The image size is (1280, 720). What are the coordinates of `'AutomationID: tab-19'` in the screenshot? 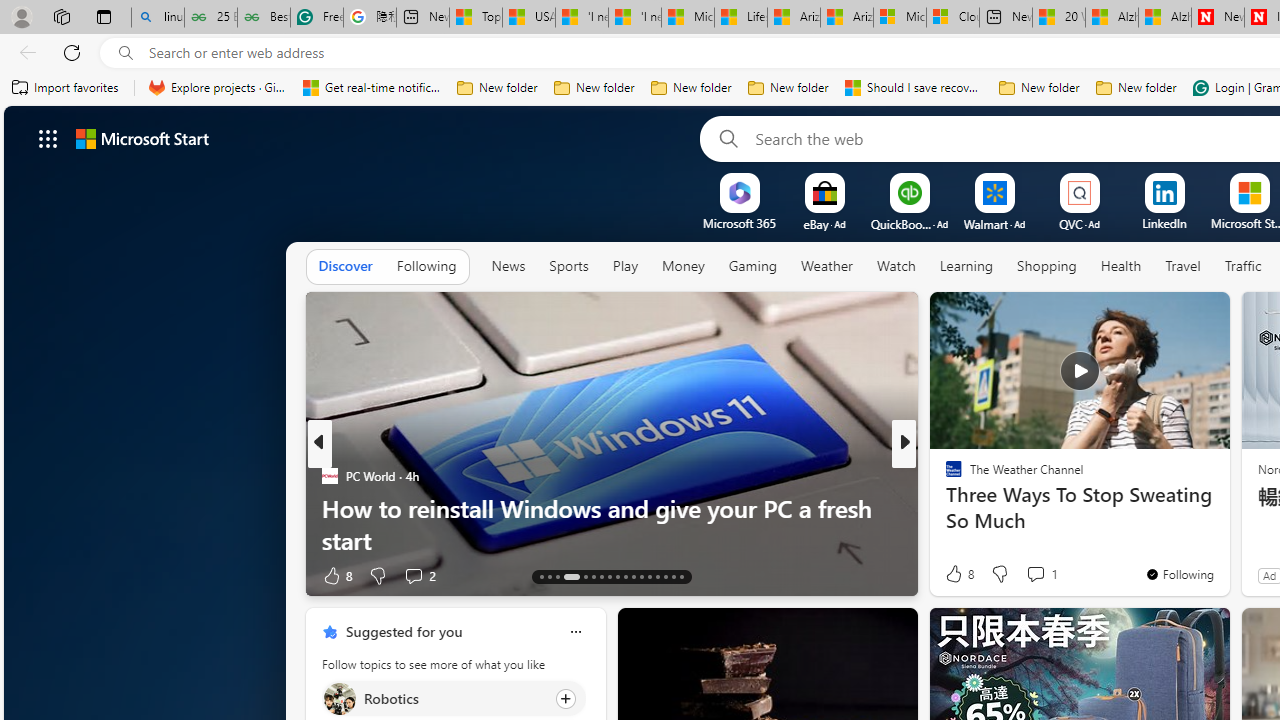 It's located at (599, 577).